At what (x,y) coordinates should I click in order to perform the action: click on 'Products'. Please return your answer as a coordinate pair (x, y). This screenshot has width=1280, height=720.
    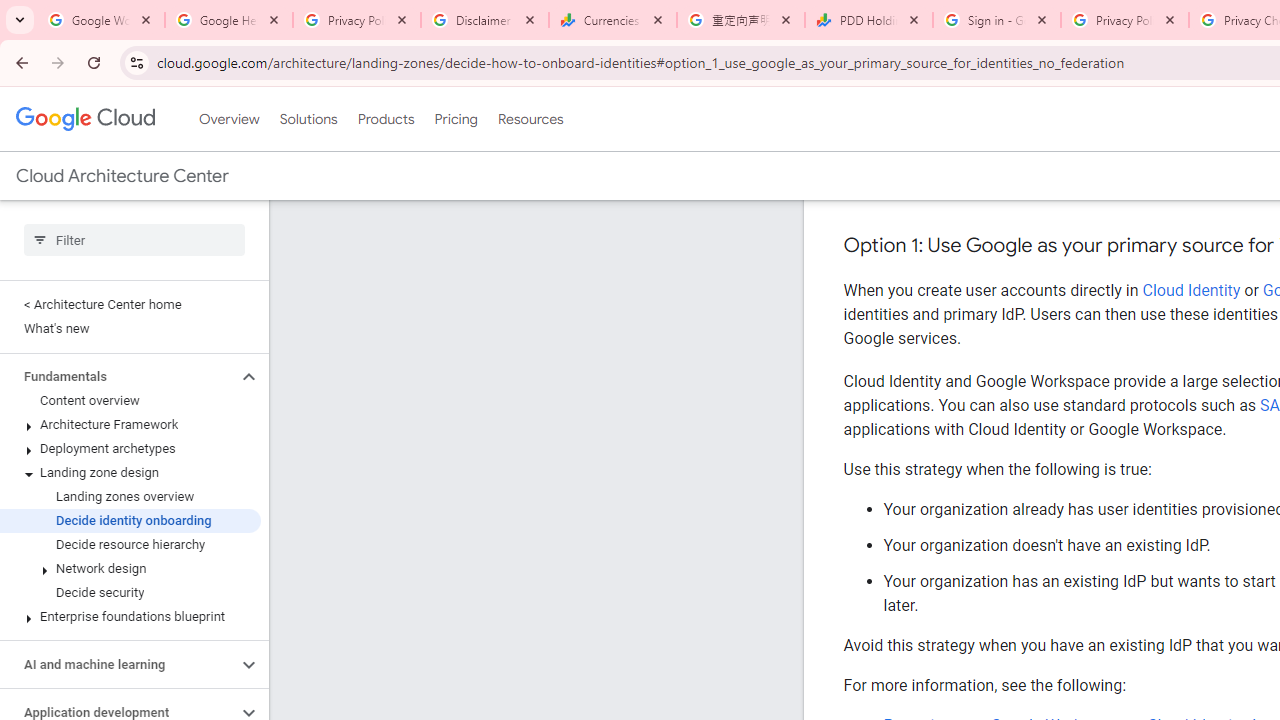
    Looking at the image, I should click on (385, 119).